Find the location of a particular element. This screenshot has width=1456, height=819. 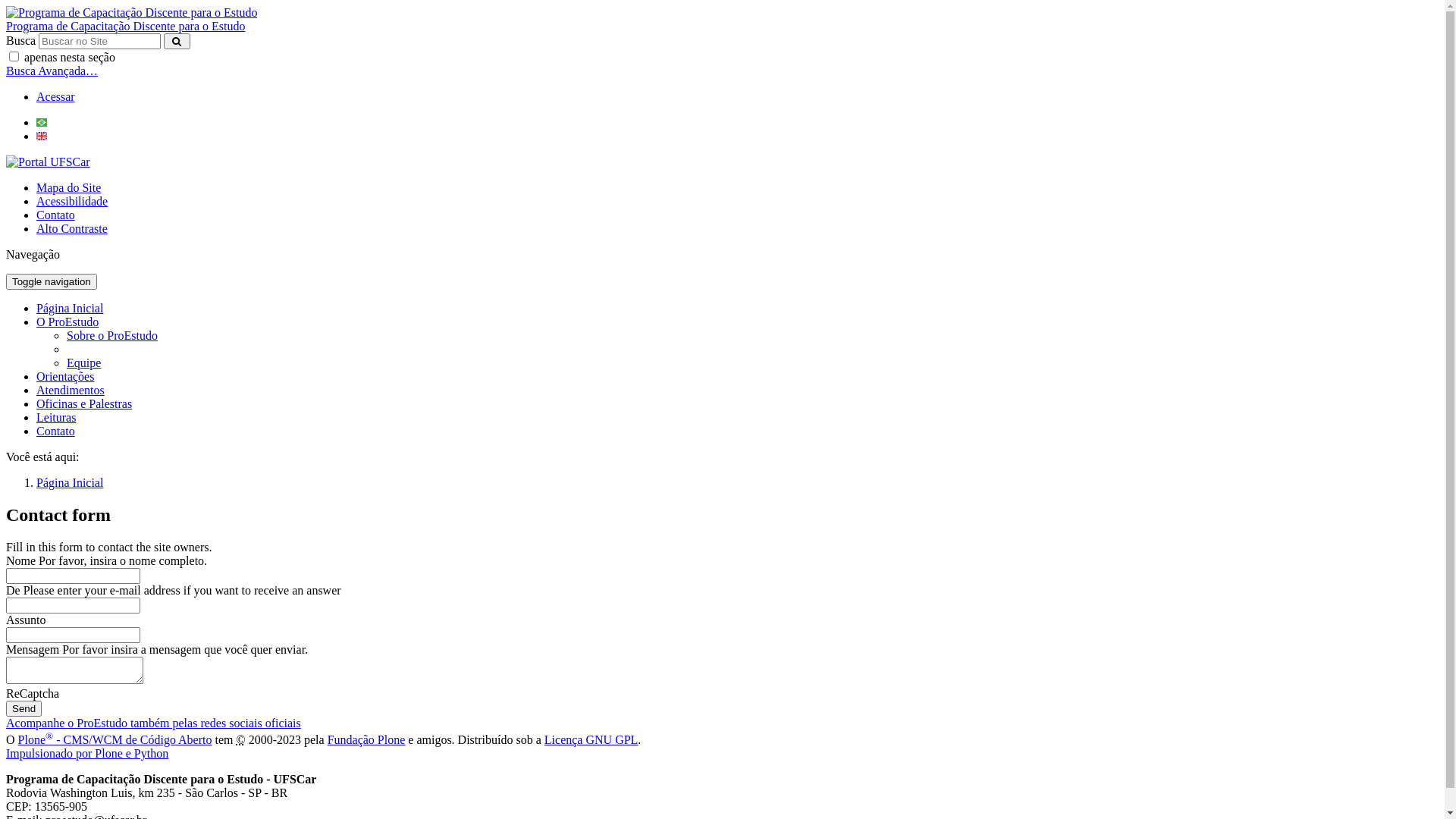

'Sobre o ProEstudo' is located at coordinates (65, 334).